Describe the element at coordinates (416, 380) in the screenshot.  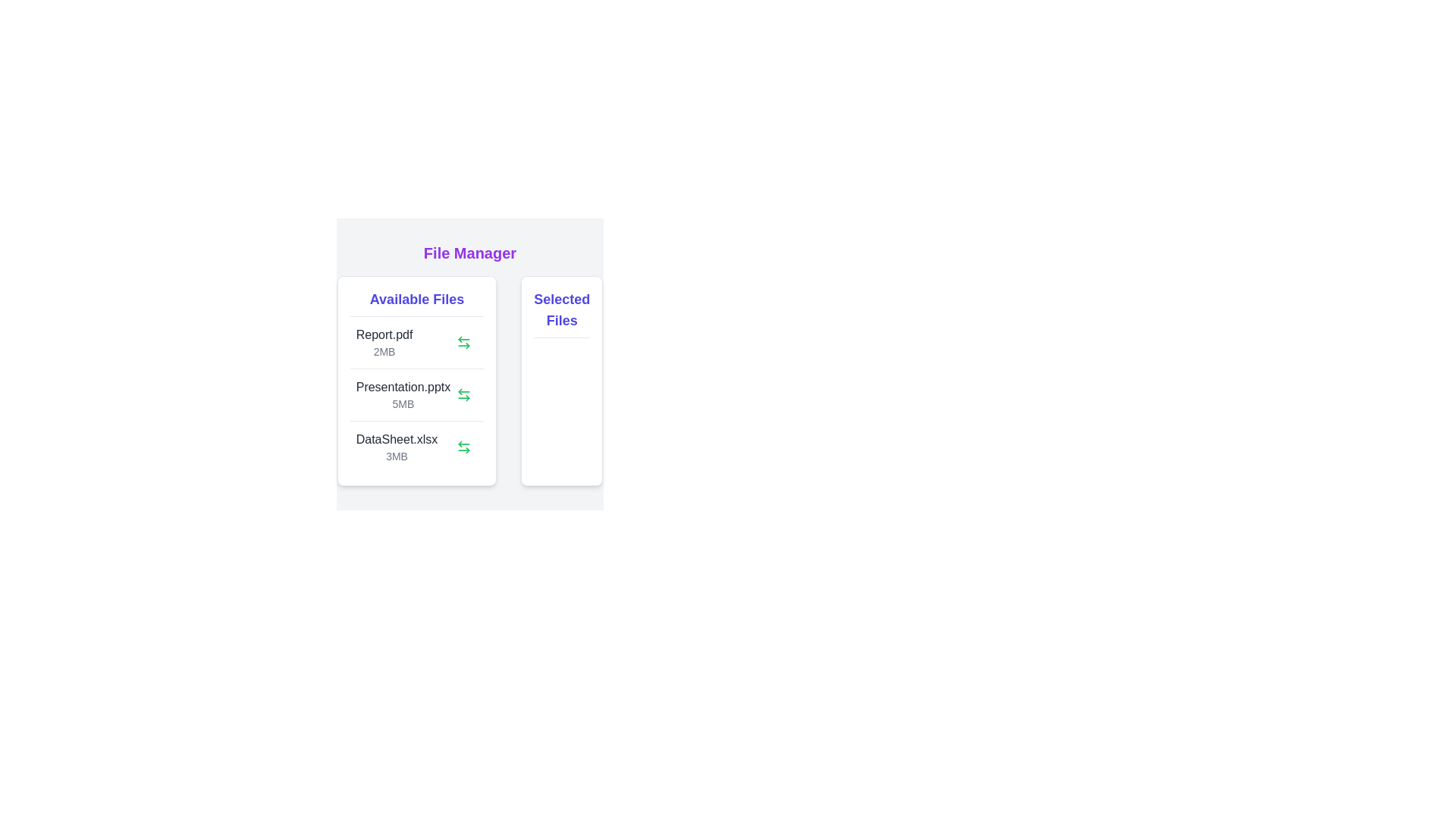
I see `the interactive green icon on the right side of the 'Available Files' section to transfer the file` at that location.